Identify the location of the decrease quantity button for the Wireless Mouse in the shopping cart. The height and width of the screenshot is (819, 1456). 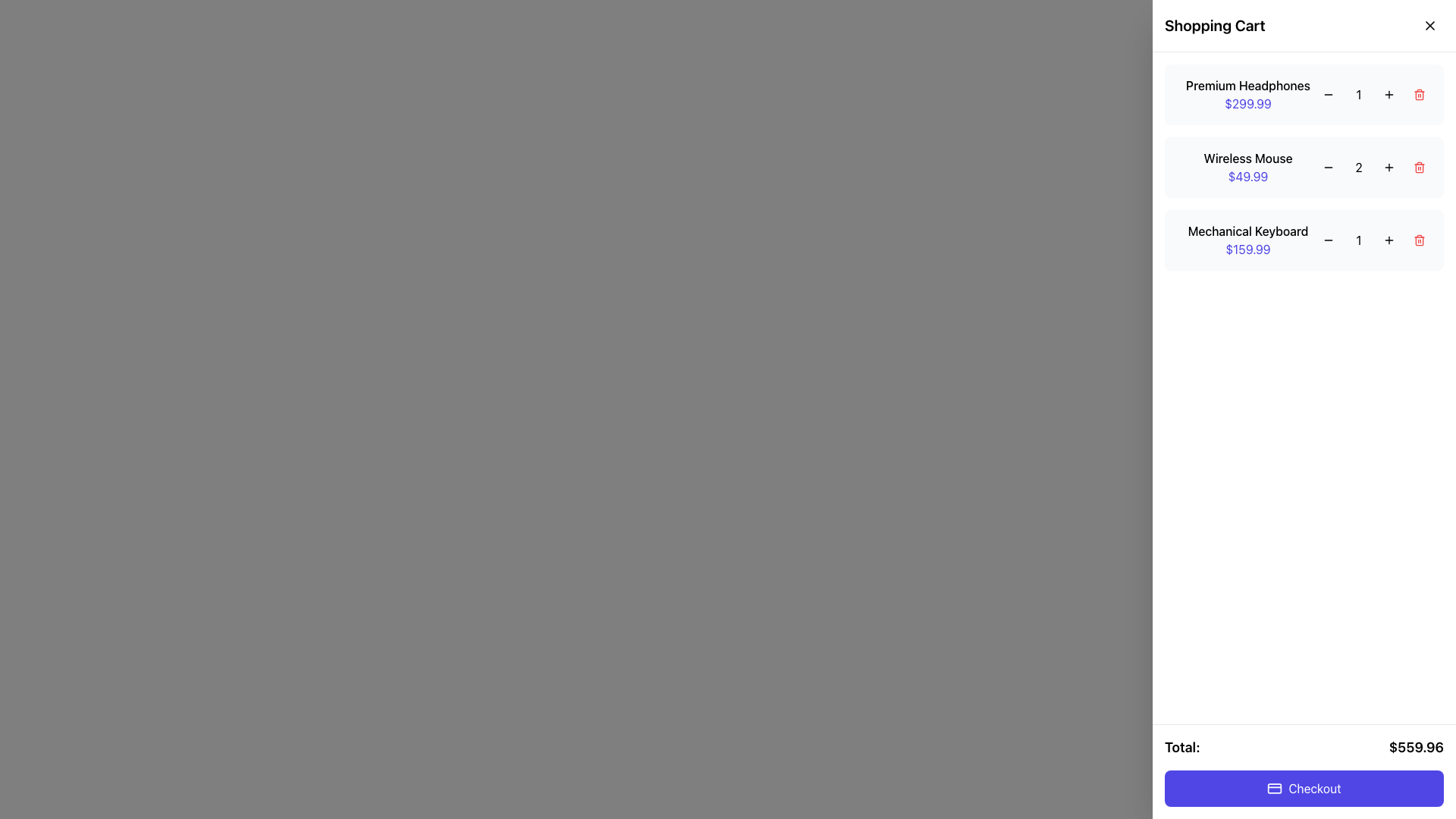
(1328, 167).